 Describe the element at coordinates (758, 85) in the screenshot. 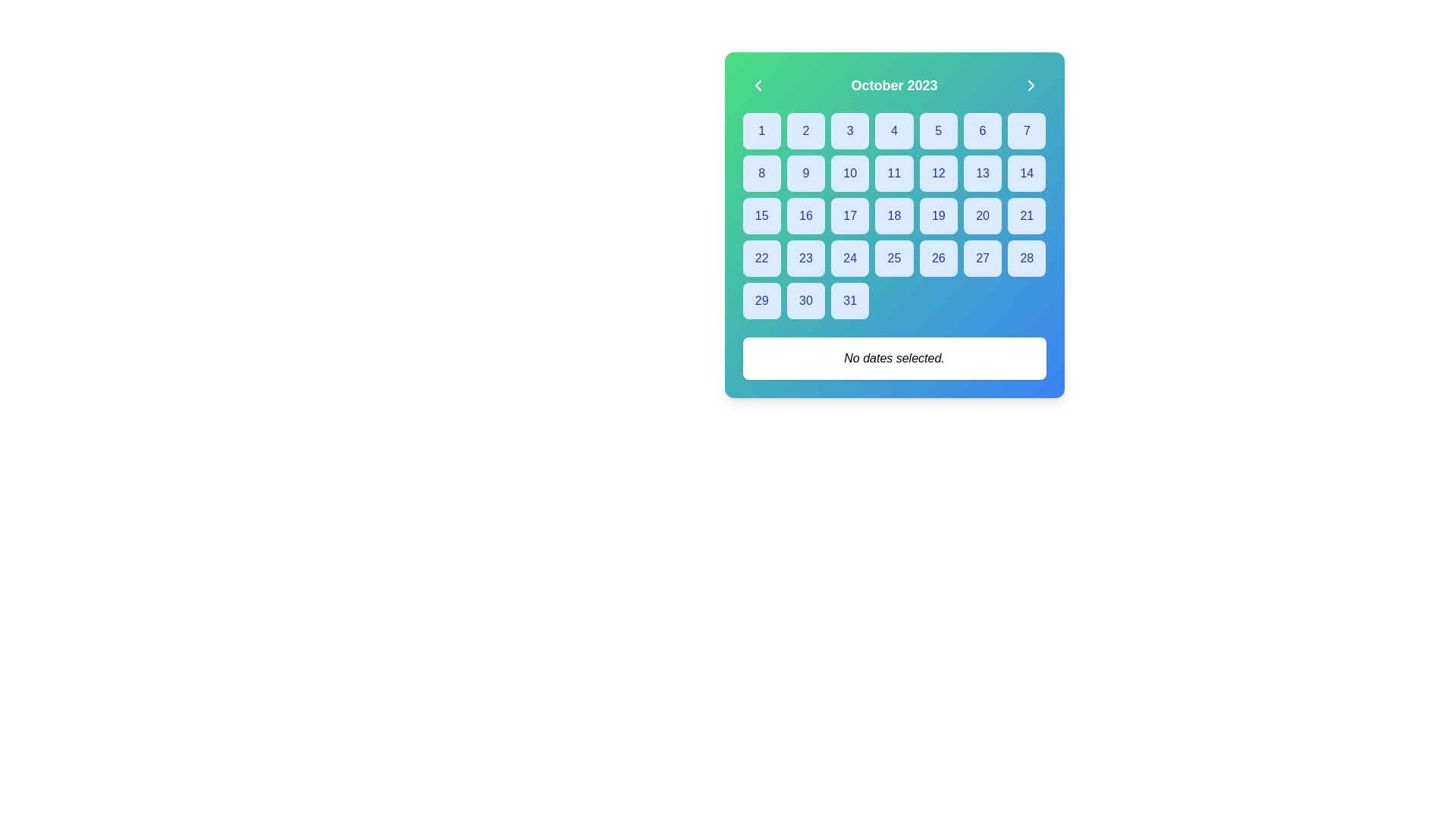

I see `the left-arrow icon near the top-left corner of the calendar interface` at that location.